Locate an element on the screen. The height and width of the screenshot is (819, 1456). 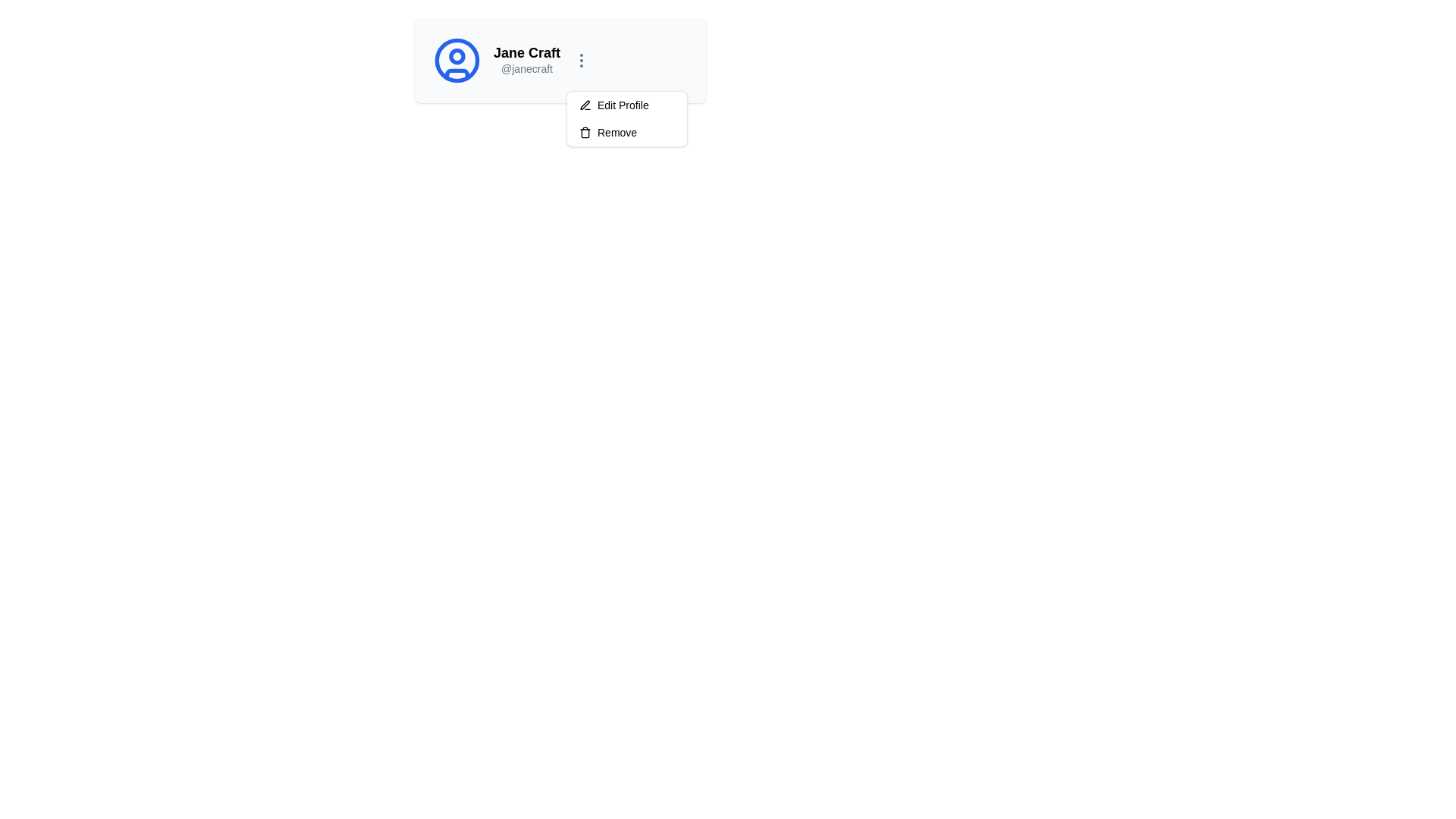
the 'Remove' dropdown menu item, which is the second item in the dropdown menu under 'Edit Profile' is located at coordinates (626, 131).